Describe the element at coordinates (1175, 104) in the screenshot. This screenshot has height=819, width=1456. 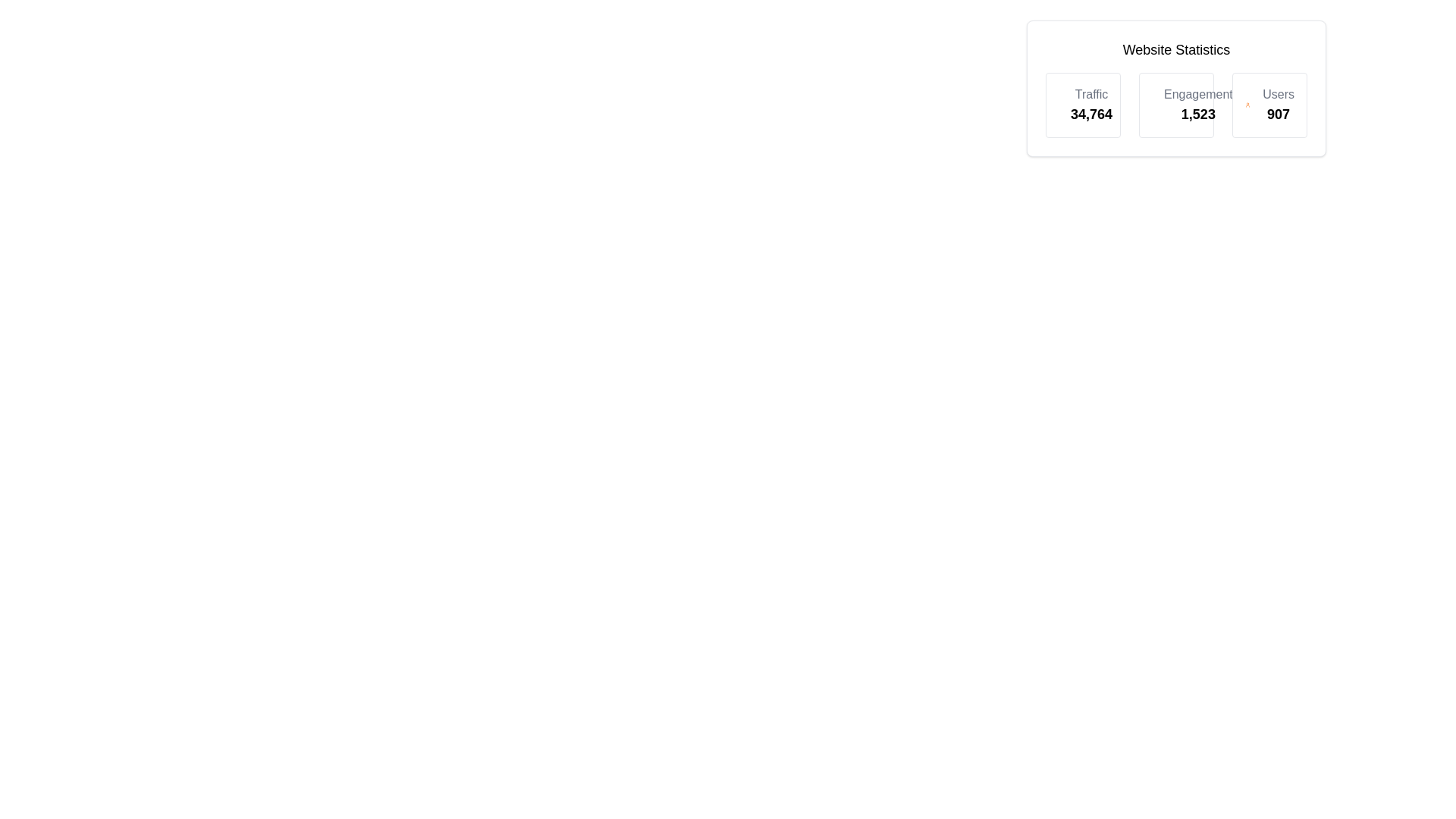
I see `the 'Engagement' text display block in the second column of the 'Website Statistics' grid layout, which shows the value '1,523'` at that location.